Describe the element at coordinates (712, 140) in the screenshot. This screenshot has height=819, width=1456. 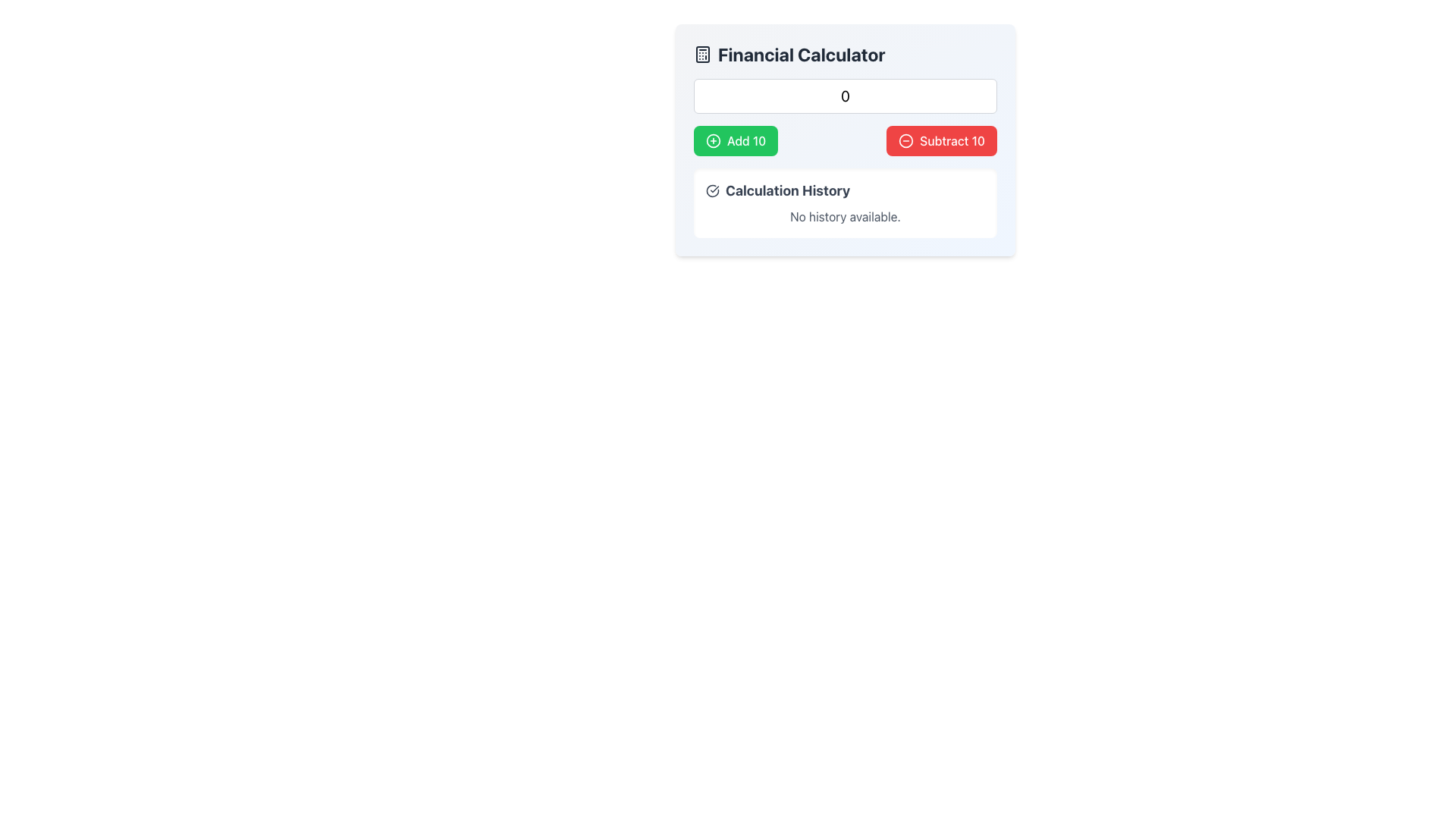
I see `the SVG-based icon located inside the green 'Add 10' button, which visually indicates the action of adding or increasing a numeric value` at that location.